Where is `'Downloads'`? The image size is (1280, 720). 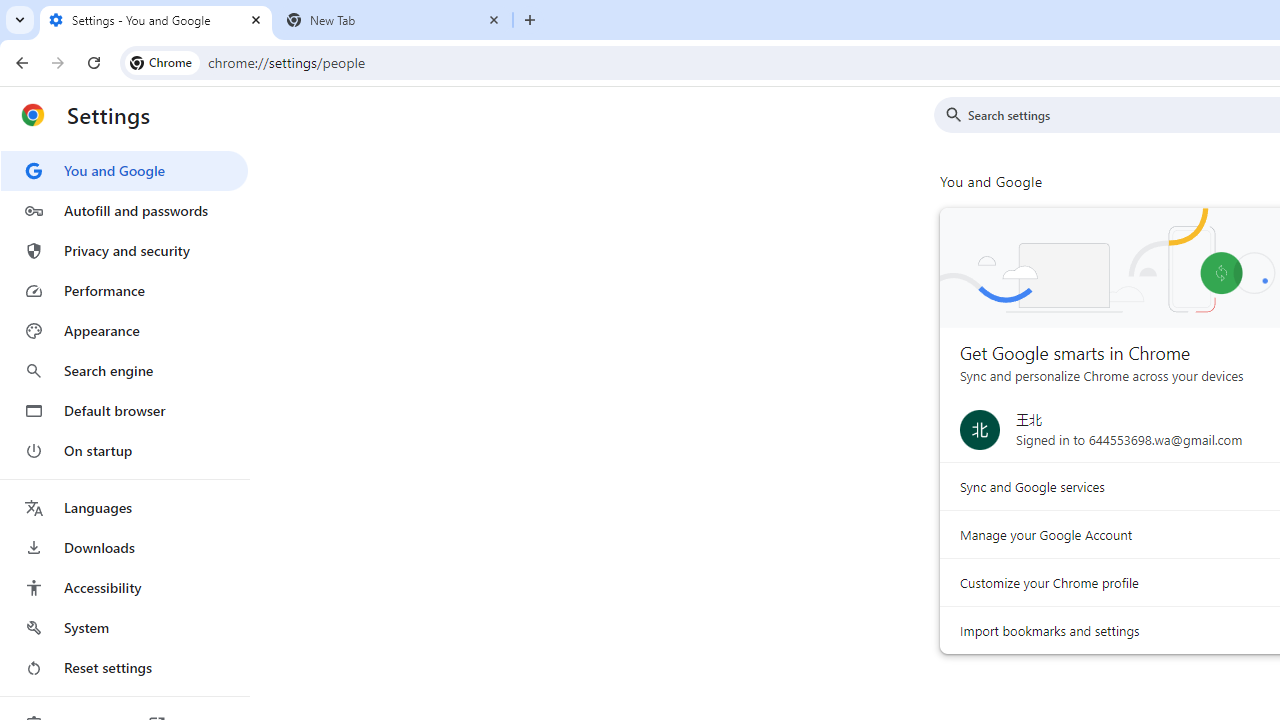
'Downloads' is located at coordinates (123, 547).